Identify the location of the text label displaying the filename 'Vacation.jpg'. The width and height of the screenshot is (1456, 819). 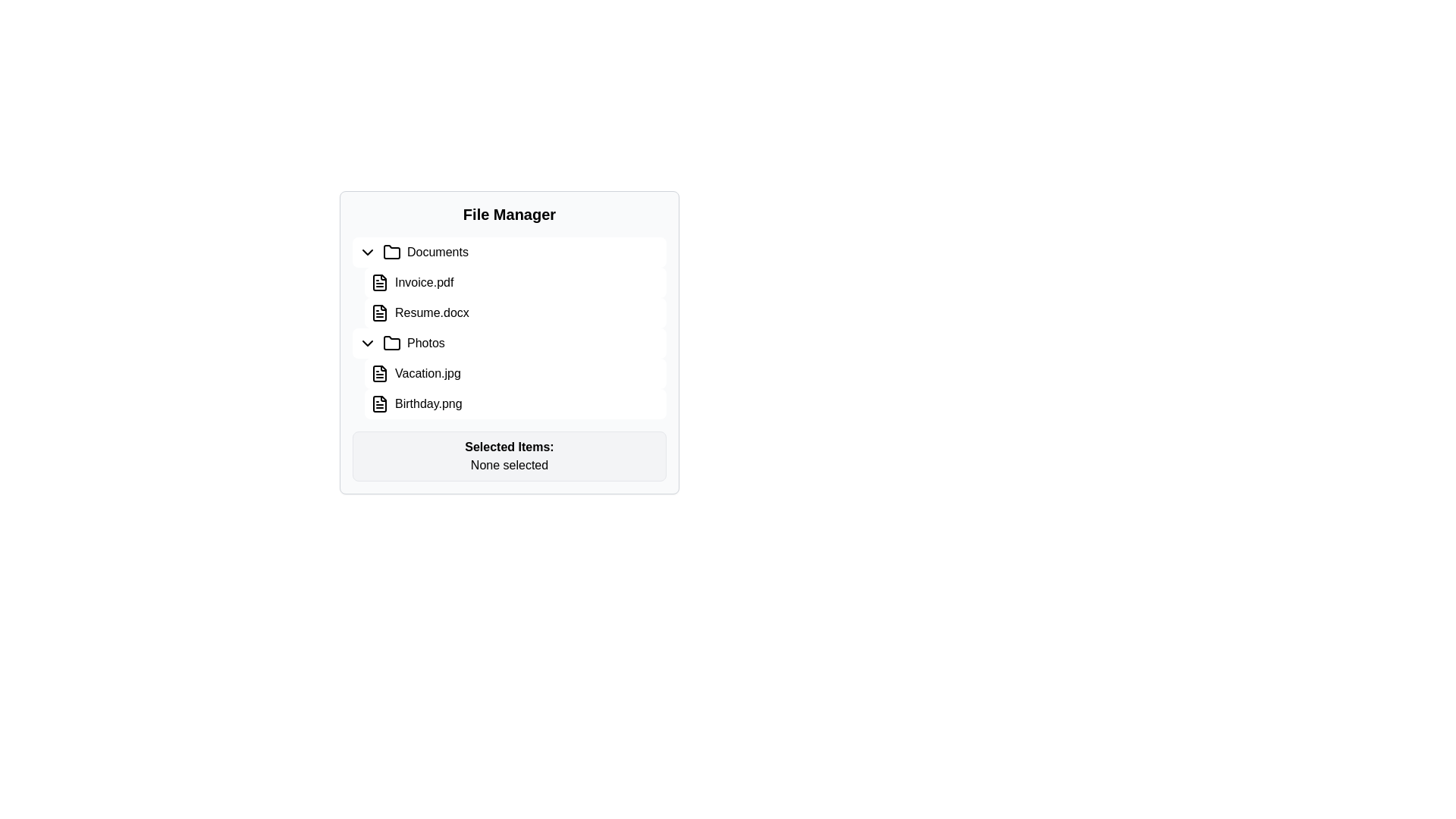
(427, 374).